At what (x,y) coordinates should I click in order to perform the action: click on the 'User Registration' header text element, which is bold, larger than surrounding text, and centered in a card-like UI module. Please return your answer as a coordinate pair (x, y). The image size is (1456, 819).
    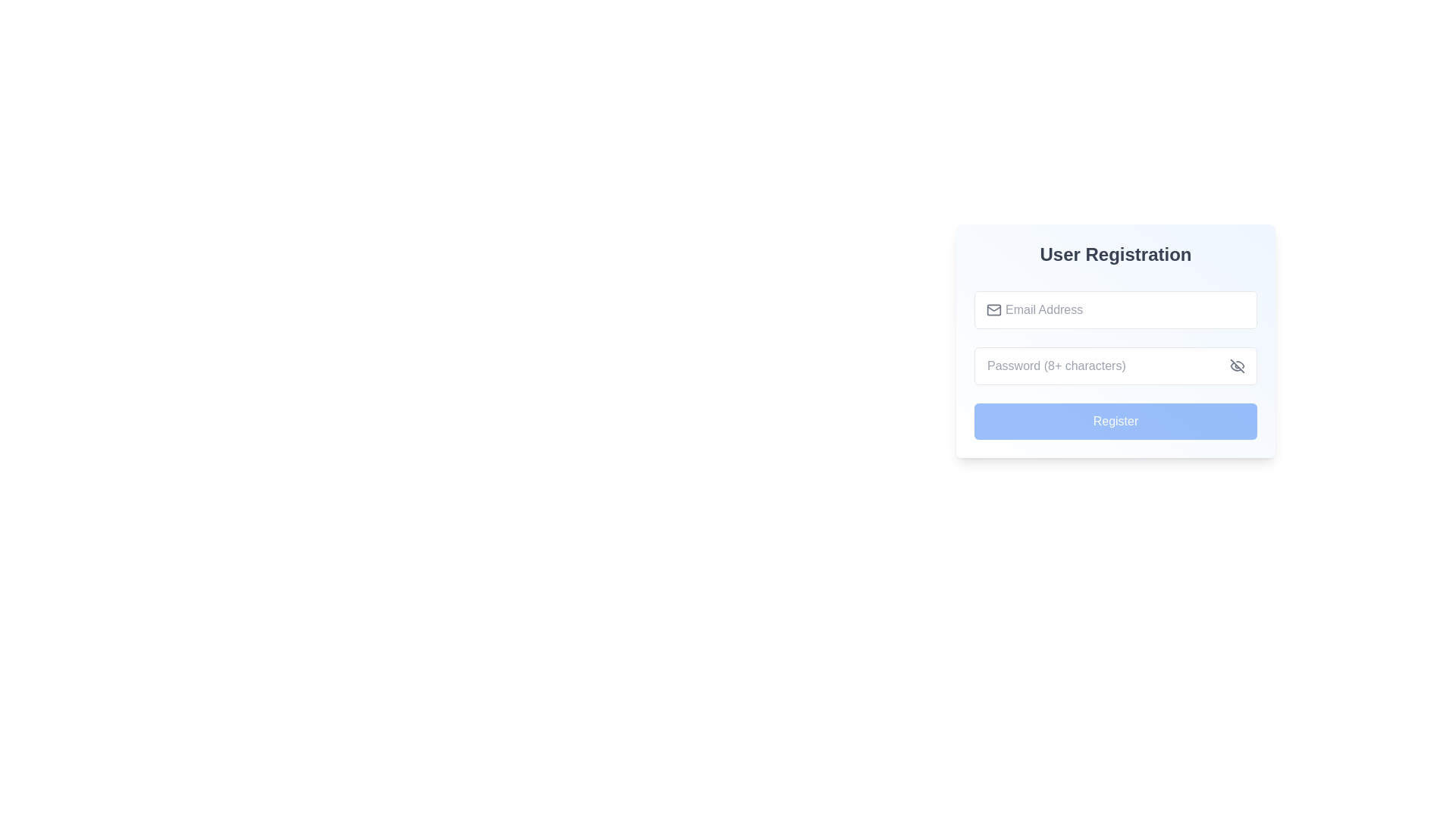
    Looking at the image, I should click on (1116, 253).